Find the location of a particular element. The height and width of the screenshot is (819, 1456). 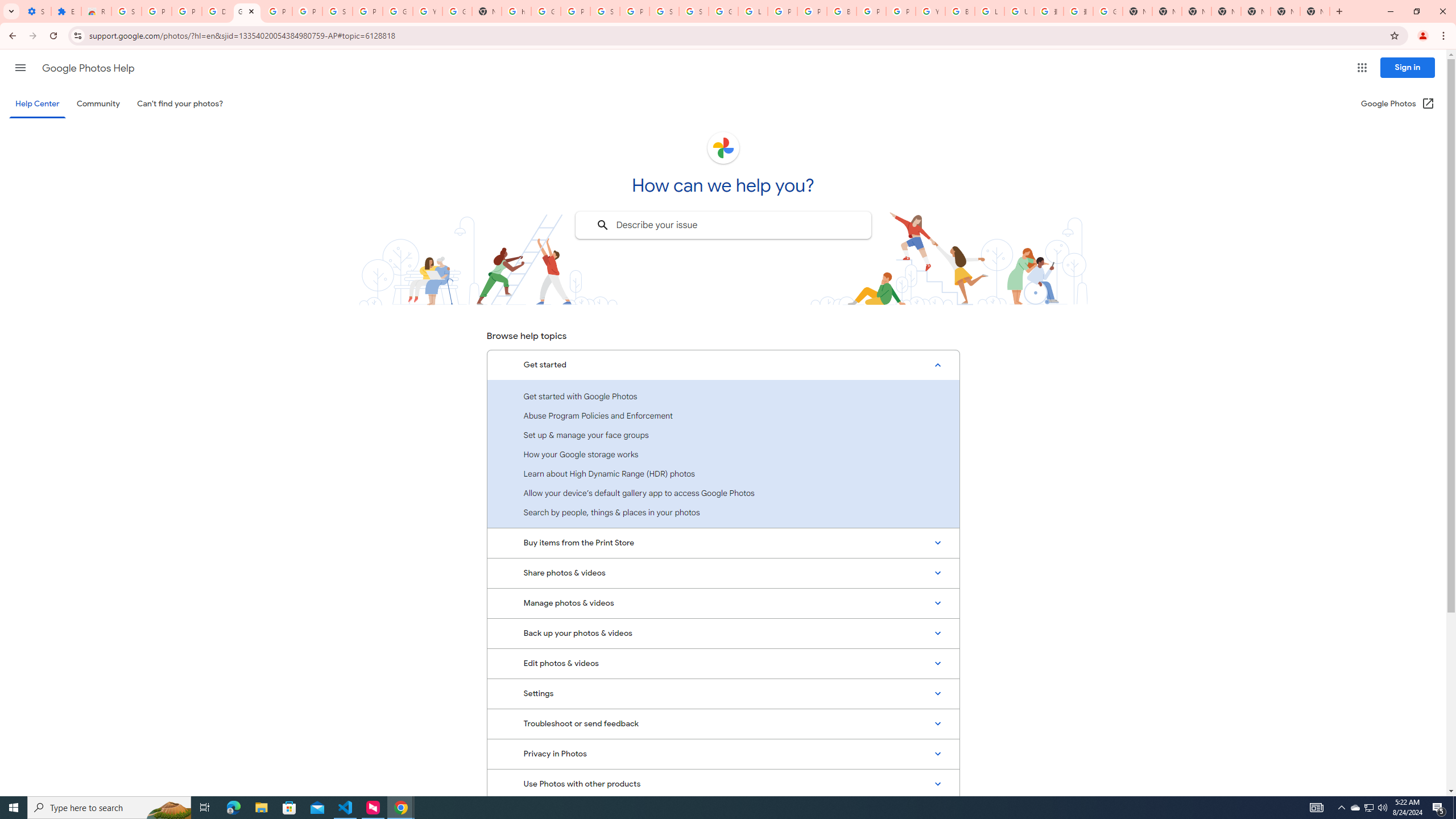

'Sign in - Google Accounts' is located at coordinates (664, 11).